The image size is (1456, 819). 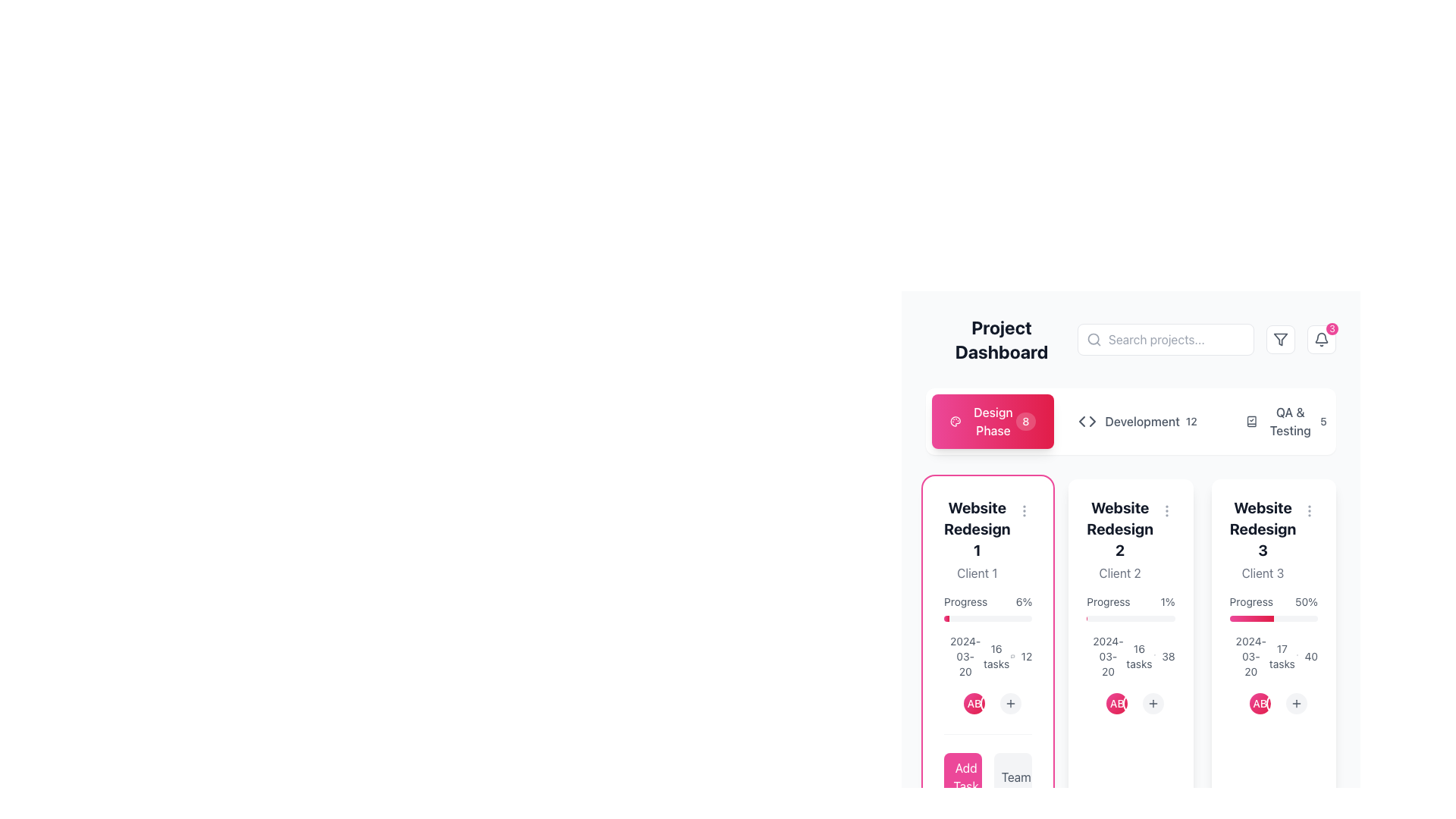 What do you see at coordinates (1135, 704) in the screenshot?
I see `the circular button or avatar that serves as an identifier within the 'Website Redesign 2' card, which is the third item in a horizontal list of similar elements` at bounding box center [1135, 704].